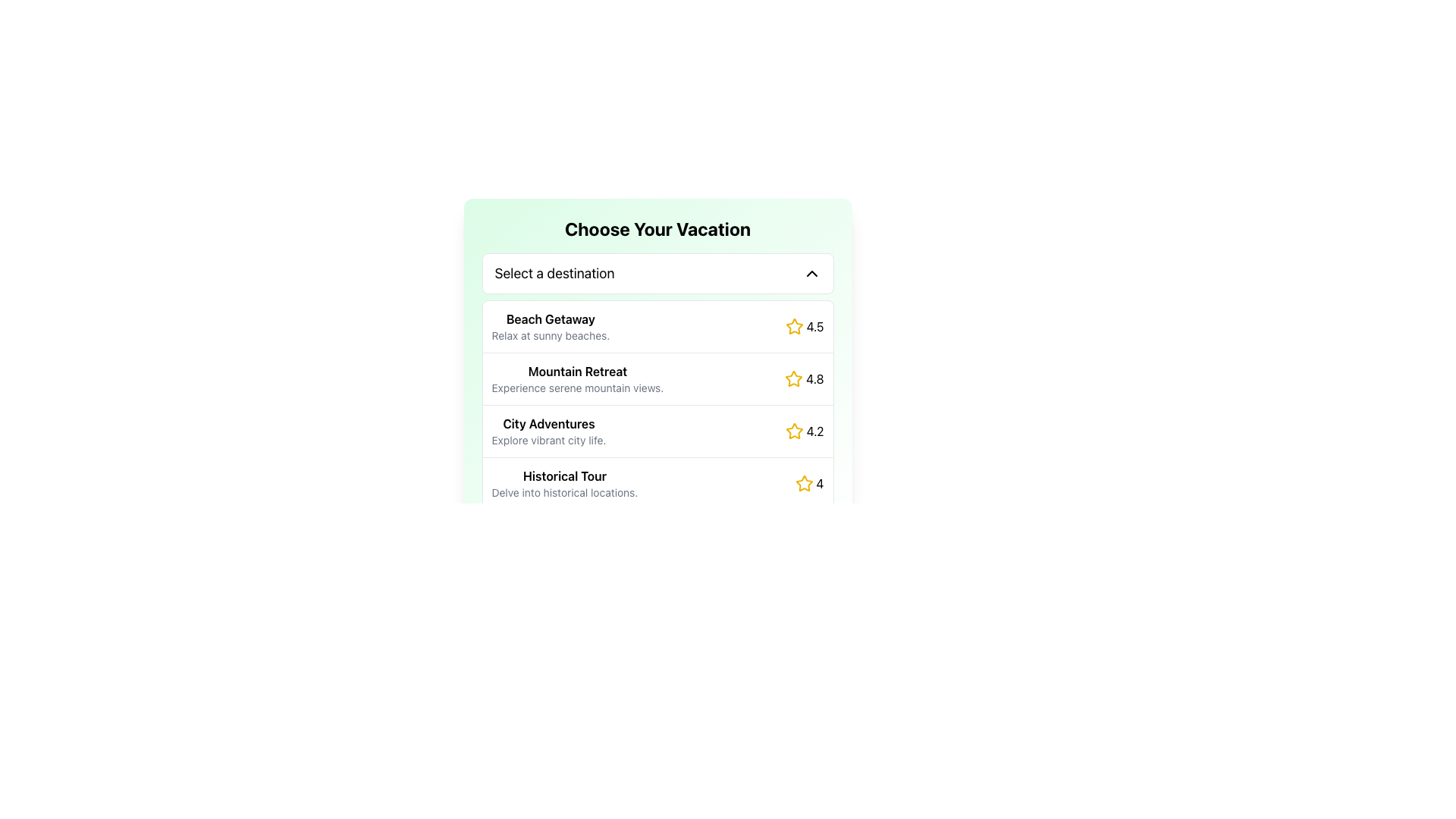 Image resolution: width=1456 pixels, height=819 pixels. I want to click on the second text label in the vertical list of vacation destinations that serves as a title for the associated descriptive and rating information, so click(576, 371).